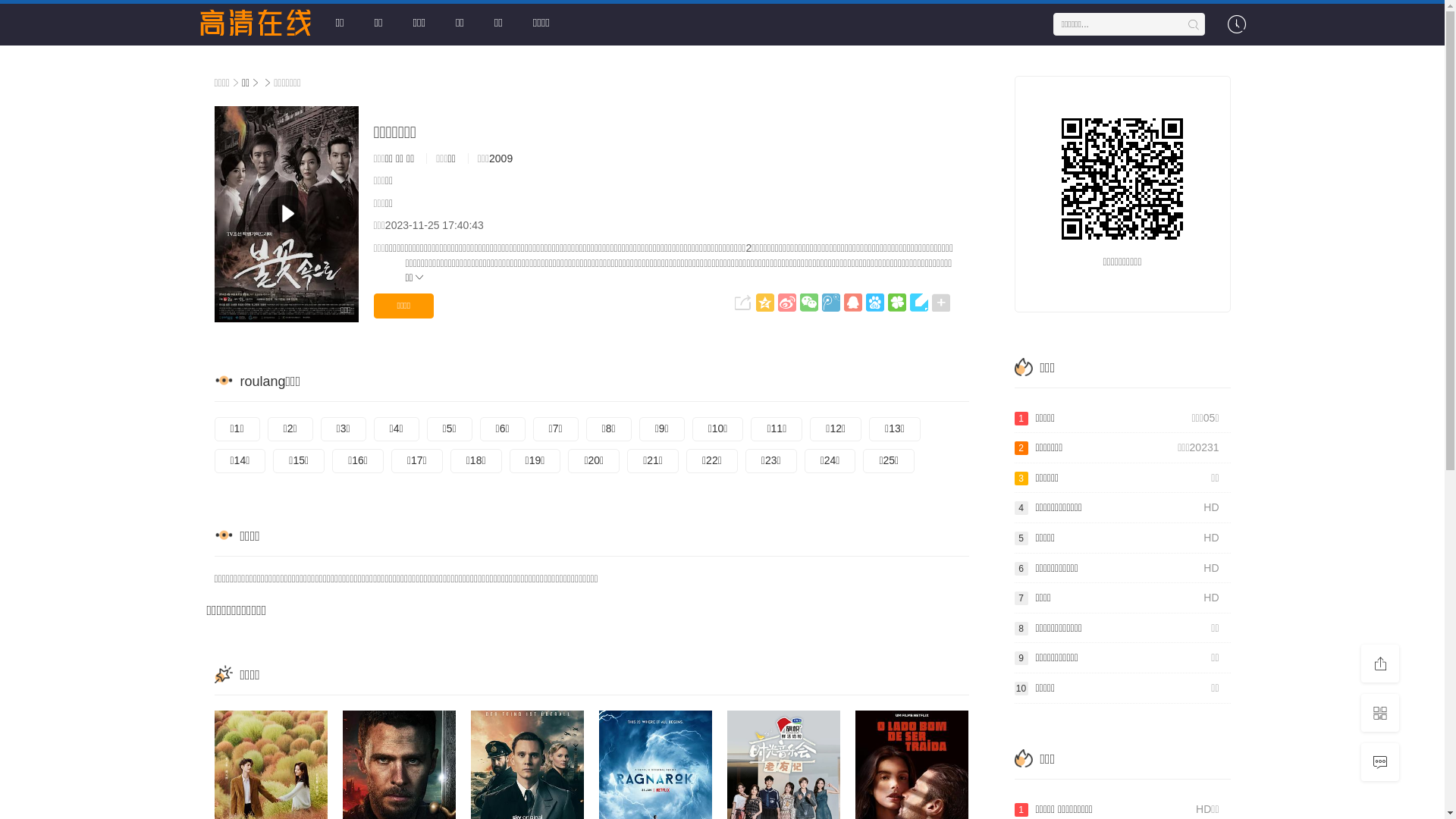 The height and width of the screenshot is (819, 1456). What do you see at coordinates (500, 158) in the screenshot?
I see `'2009'` at bounding box center [500, 158].